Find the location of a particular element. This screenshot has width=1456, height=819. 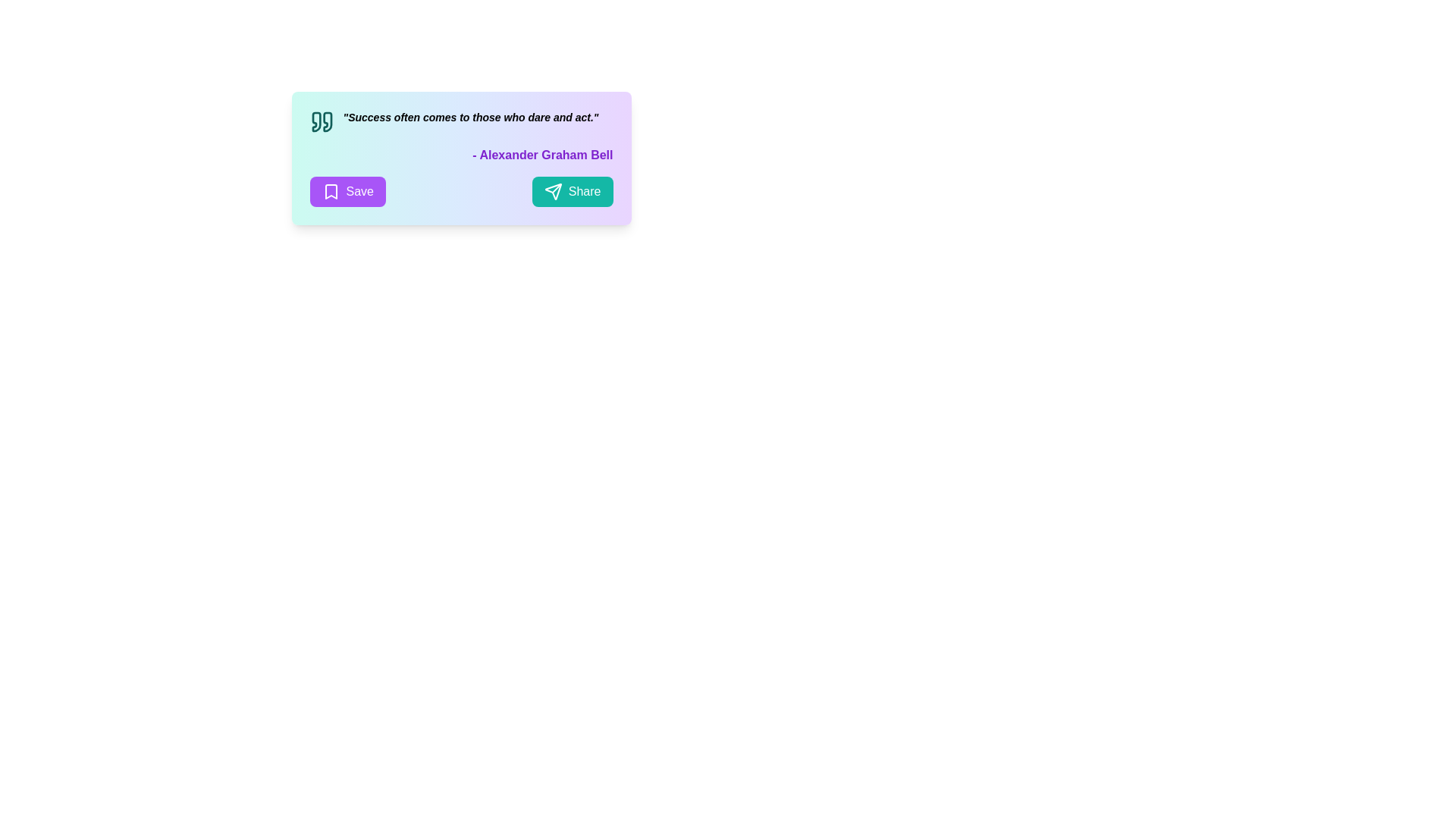

the 'Share' icon located at the leftmost part of the 'Share' button on the right-hand side of the UI card is located at coordinates (552, 191).